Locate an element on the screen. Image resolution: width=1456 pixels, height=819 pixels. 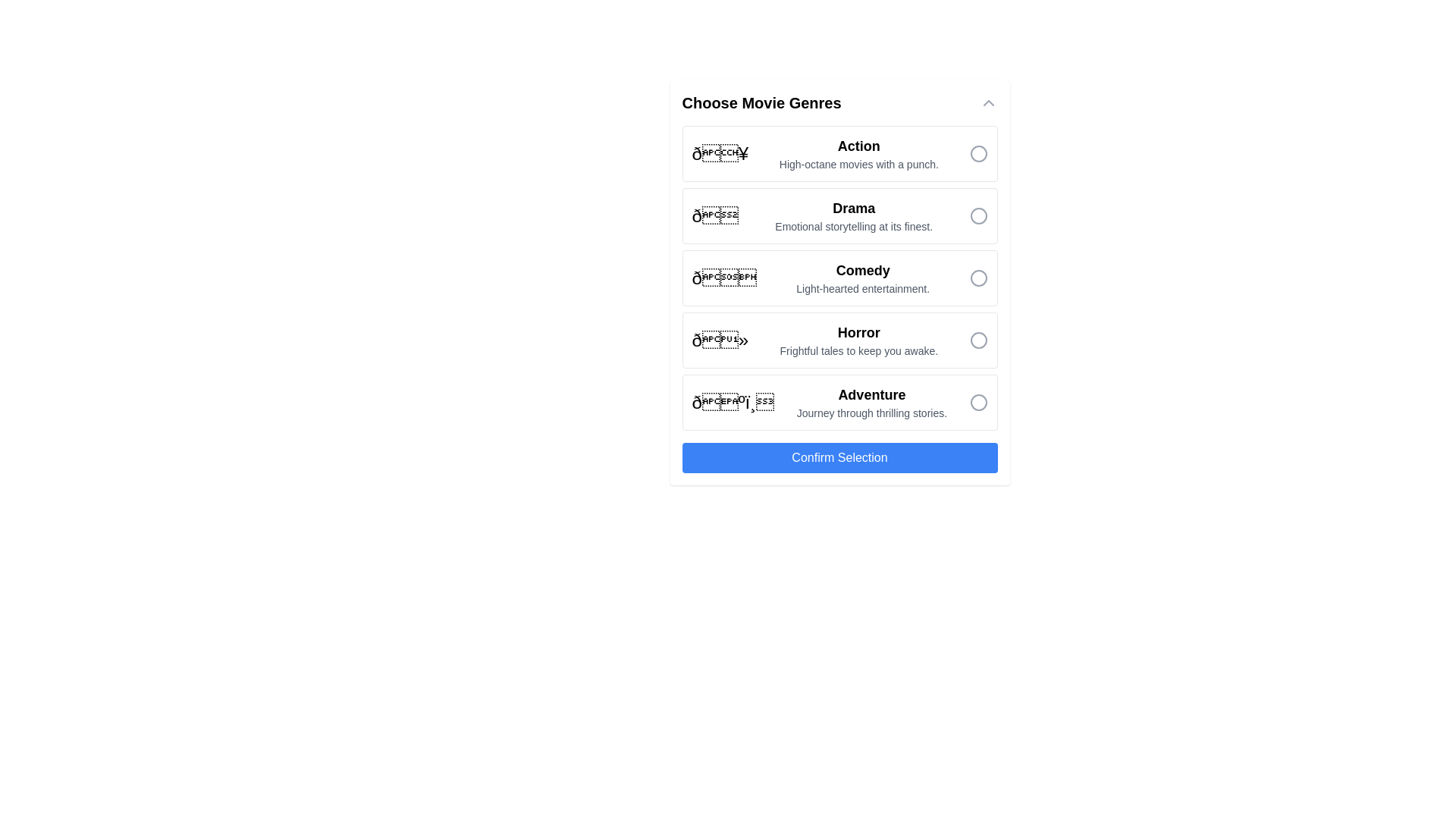
the 'Horror' genre title and description text label, which is the fourth item in the vertical list of the genre selection panel is located at coordinates (858, 339).